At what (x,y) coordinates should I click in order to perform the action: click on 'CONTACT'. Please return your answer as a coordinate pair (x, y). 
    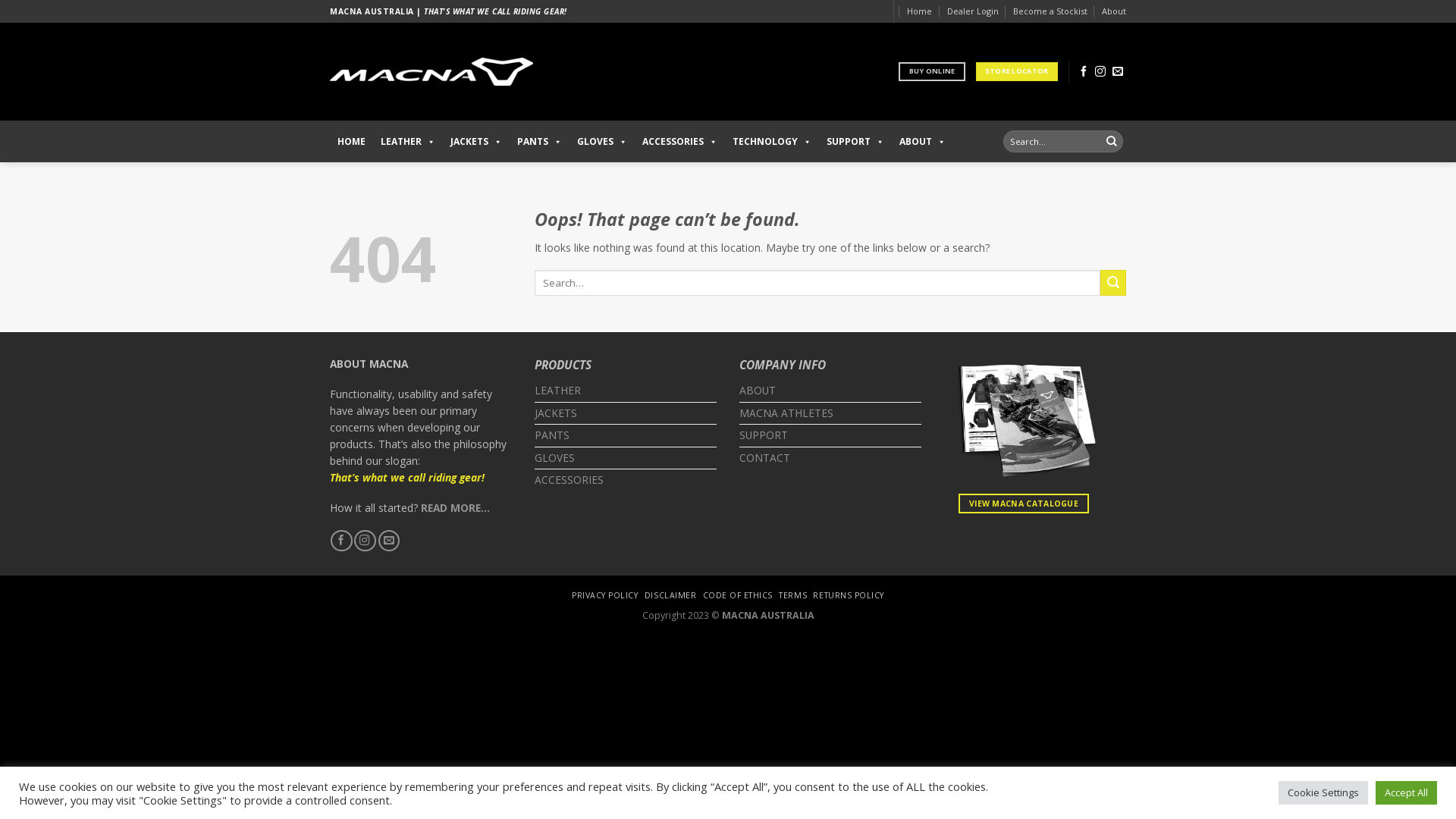
    Looking at the image, I should click on (764, 457).